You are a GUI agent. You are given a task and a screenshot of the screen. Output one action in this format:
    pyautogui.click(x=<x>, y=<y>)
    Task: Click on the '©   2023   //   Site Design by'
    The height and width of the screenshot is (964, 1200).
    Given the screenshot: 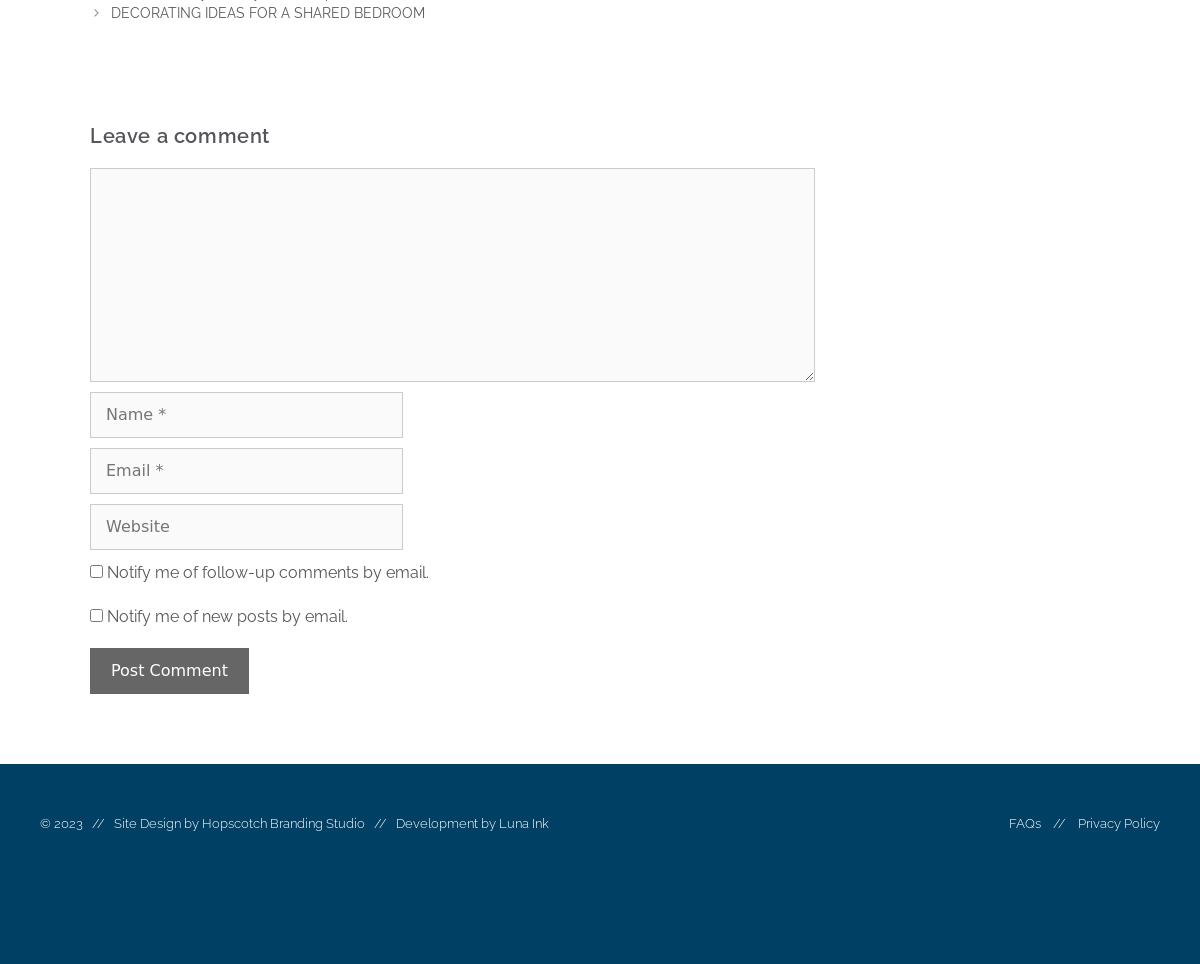 What is the action you would take?
    pyautogui.click(x=120, y=822)
    